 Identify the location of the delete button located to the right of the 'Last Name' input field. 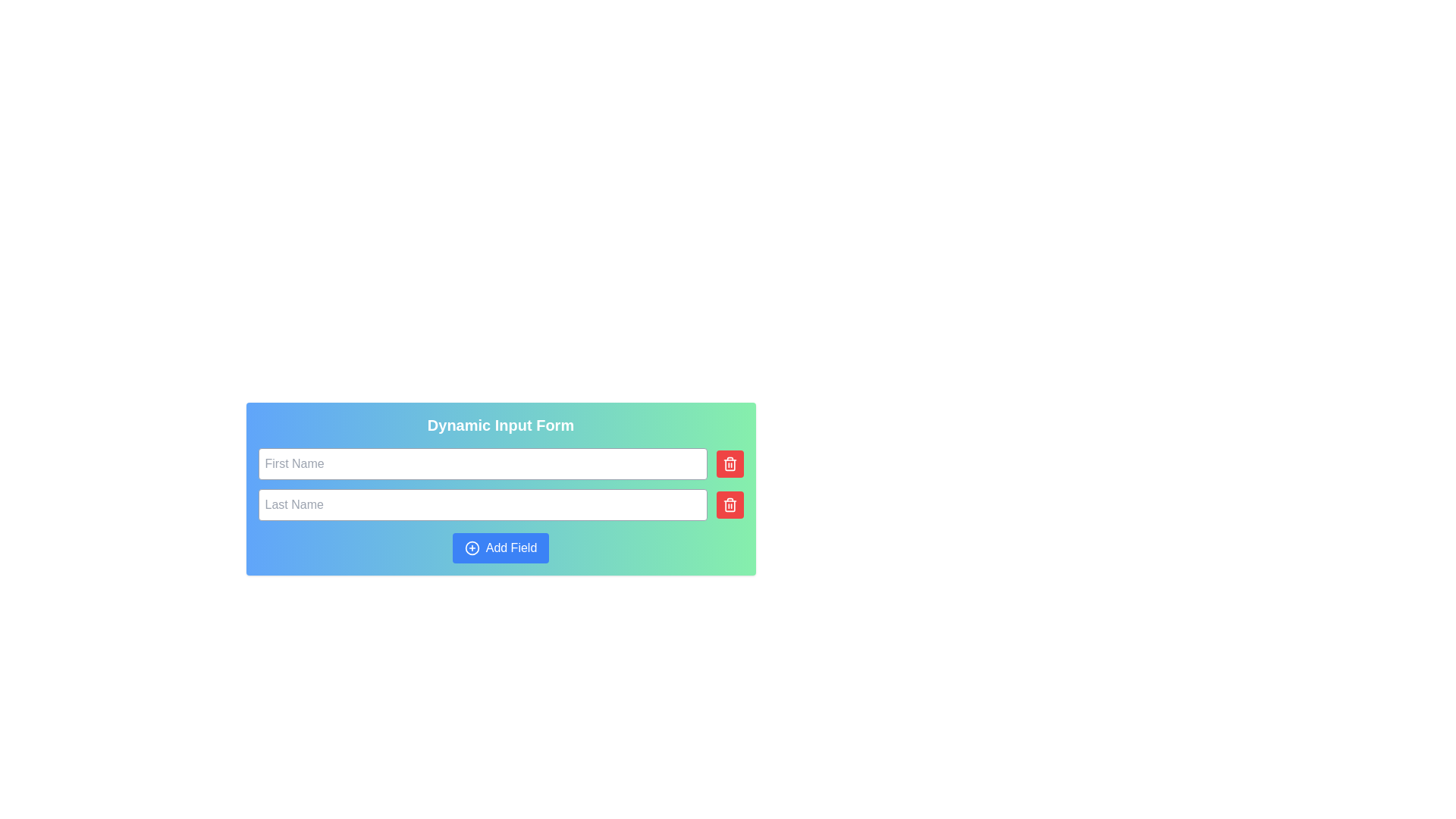
(730, 505).